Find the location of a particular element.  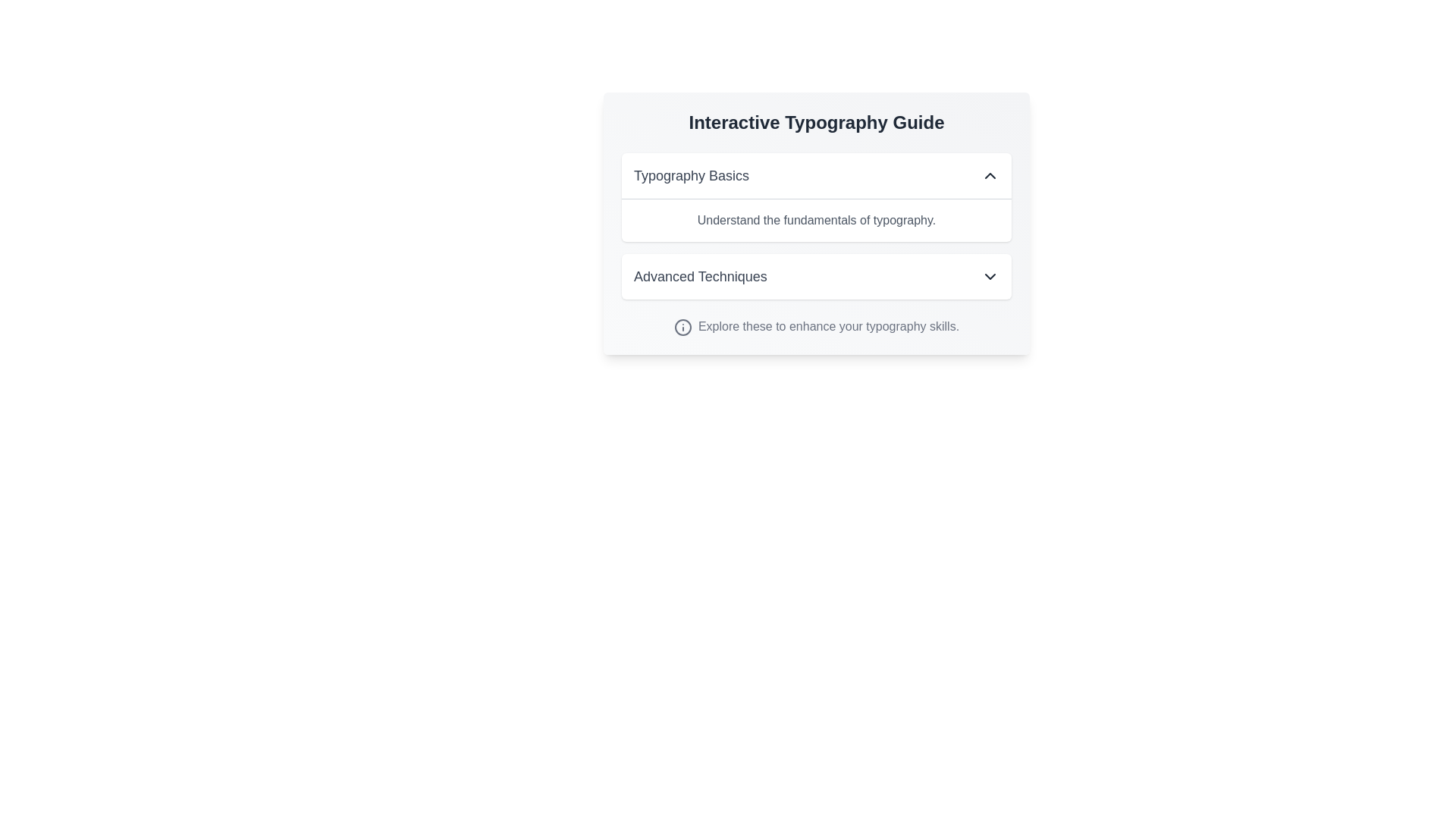

the chevron icon located at the right edge of the 'Advanced Techniques' section is located at coordinates (990, 277).